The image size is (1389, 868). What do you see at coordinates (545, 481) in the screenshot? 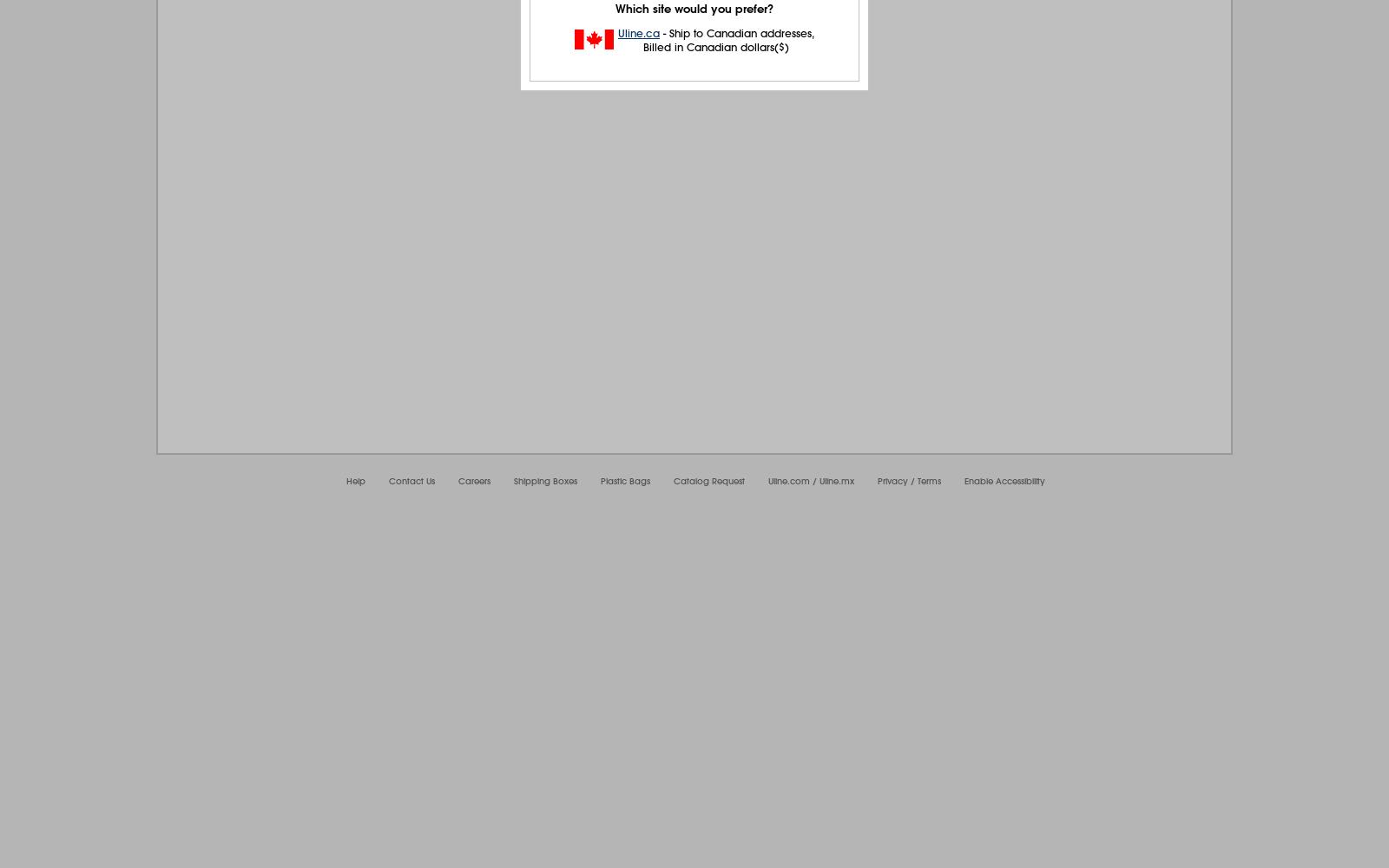
I see `'Shipping Boxes'` at bounding box center [545, 481].